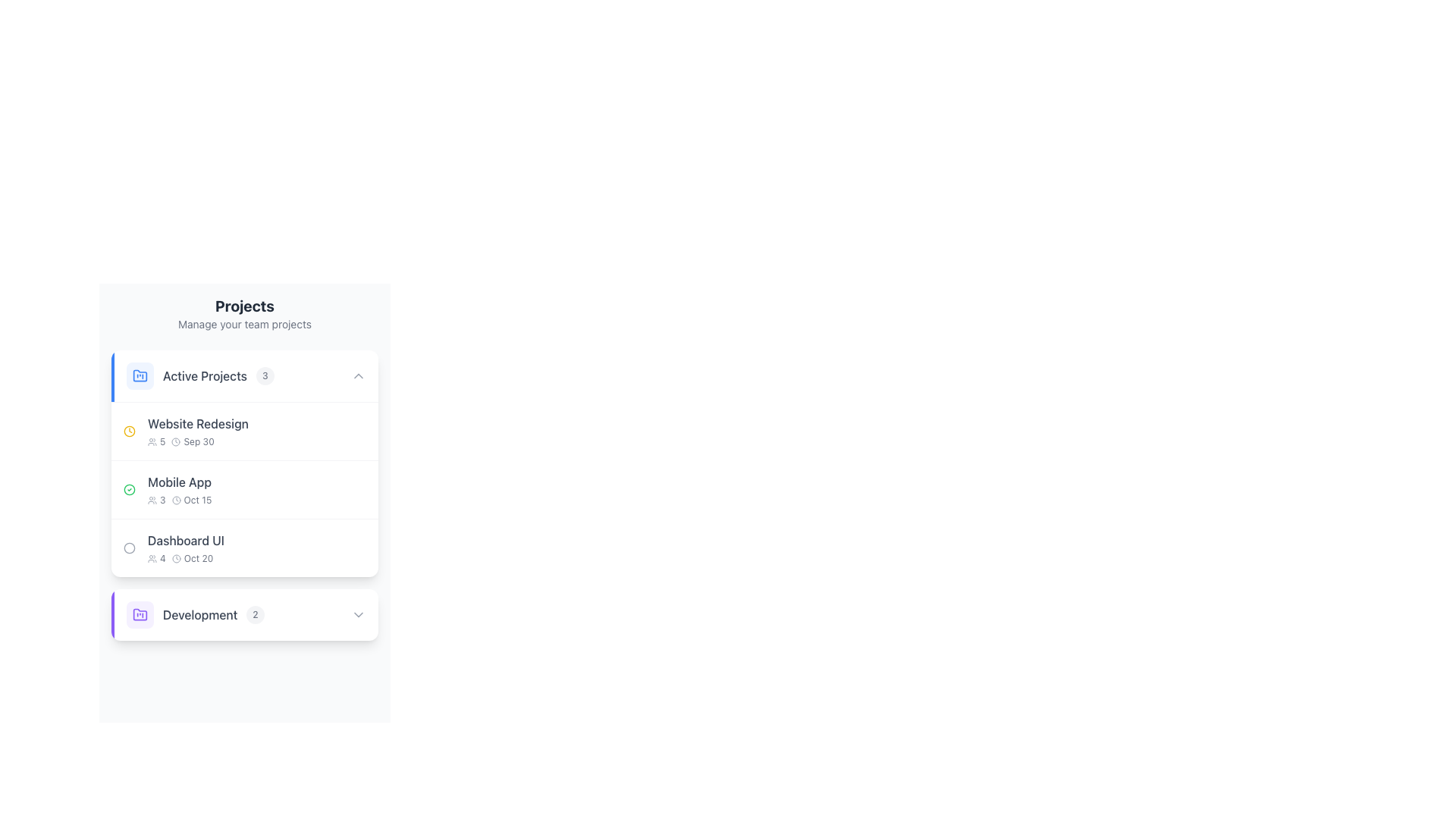  I want to click on the project titled 'Mobile App' which is the second item in the 'Active Projects' list, positioned between 'Website Redesign' and 'Dashboard UI', so click(244, 488).